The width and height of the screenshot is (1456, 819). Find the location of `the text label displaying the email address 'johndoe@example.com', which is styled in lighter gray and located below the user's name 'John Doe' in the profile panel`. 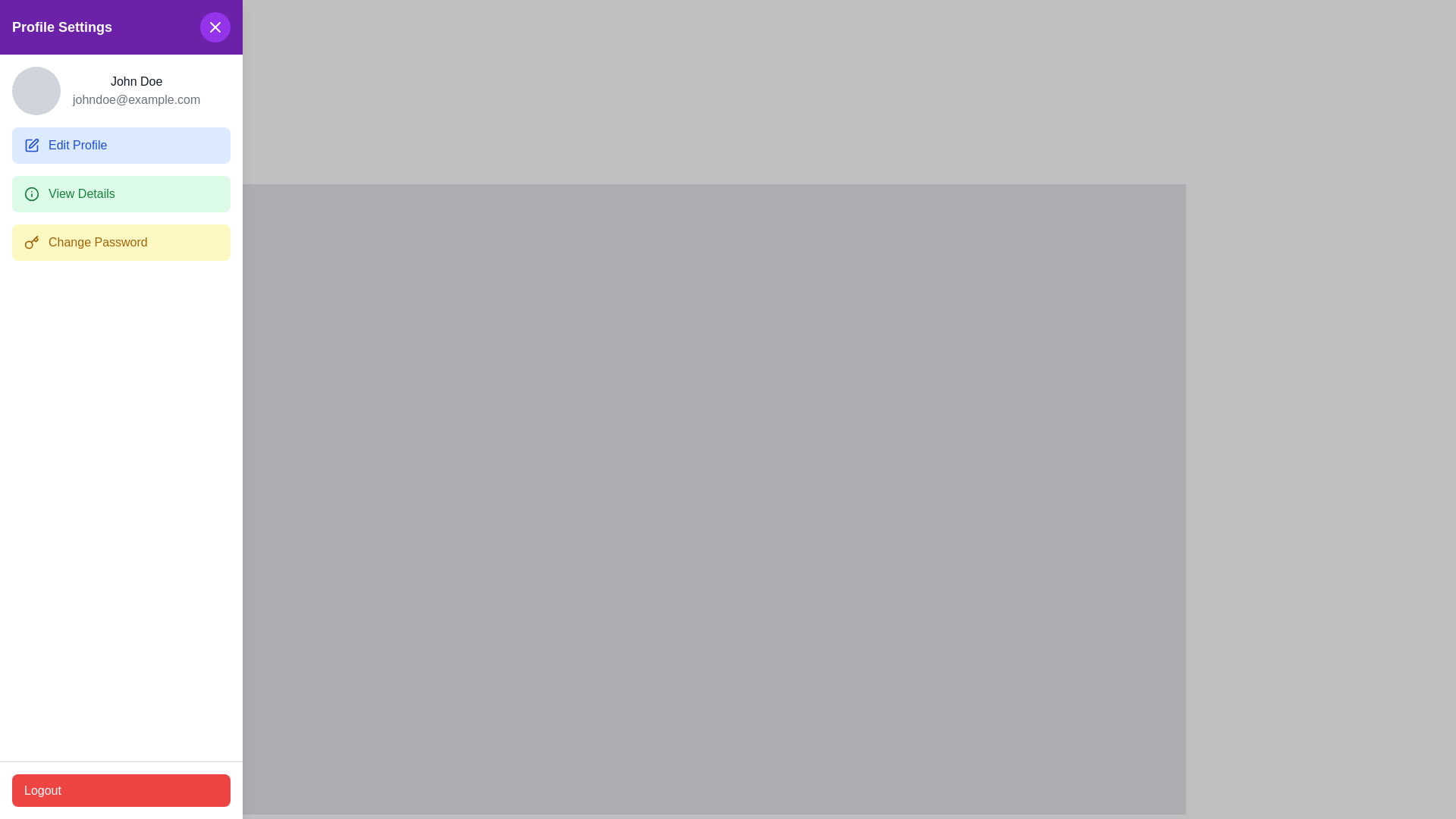

the text label displaying the email address 'johndoe@example.com', which is styled in lighter gray and located below the user's name 'John Doe' in the profile panel is located at coordinates (136, 99).